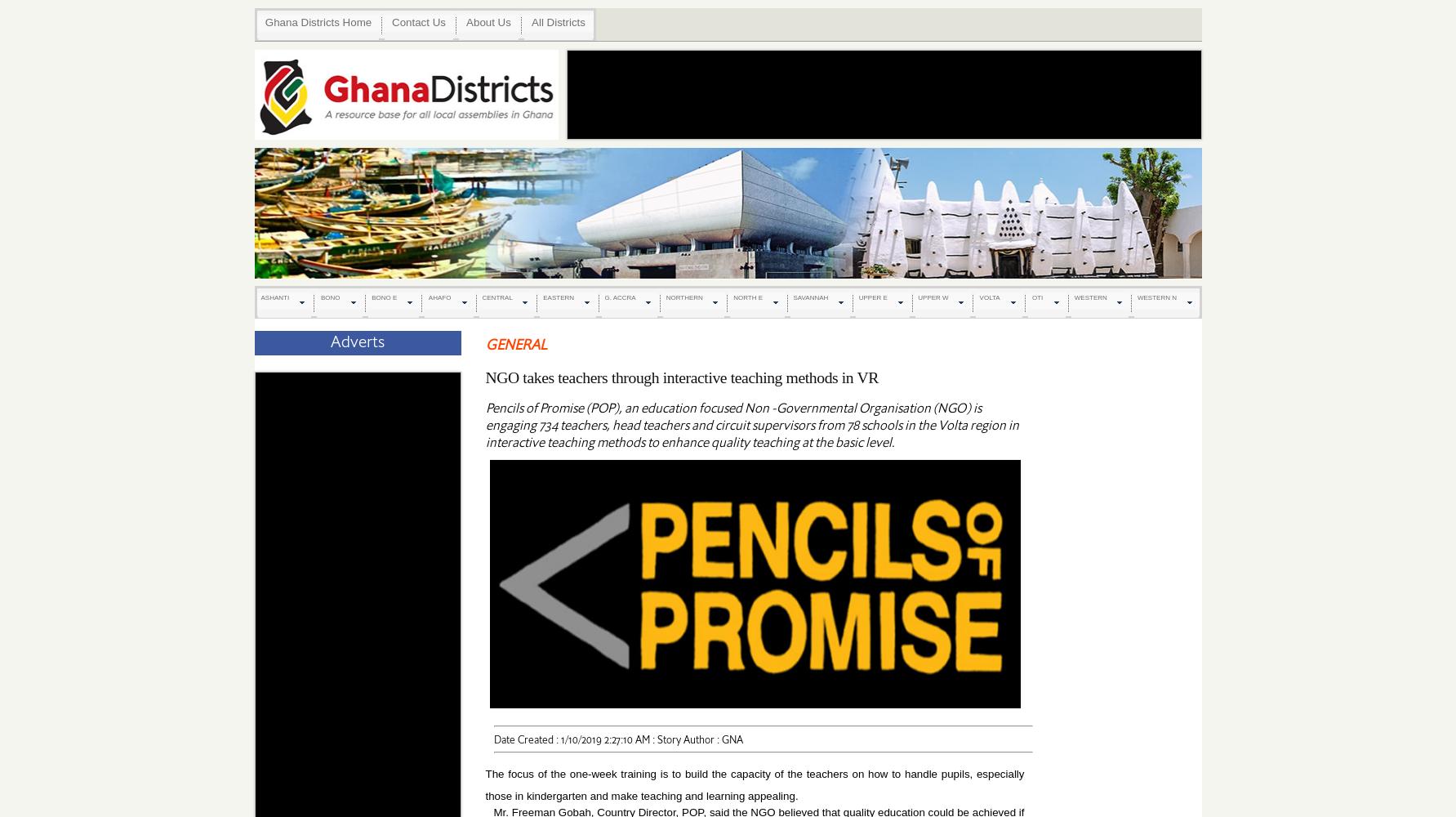 This screenshot has height=817, width=1456. What do you see at coordinates (558, 22) in the screenshot?
I see `'All Districts'` at bounding box center [558, 22].